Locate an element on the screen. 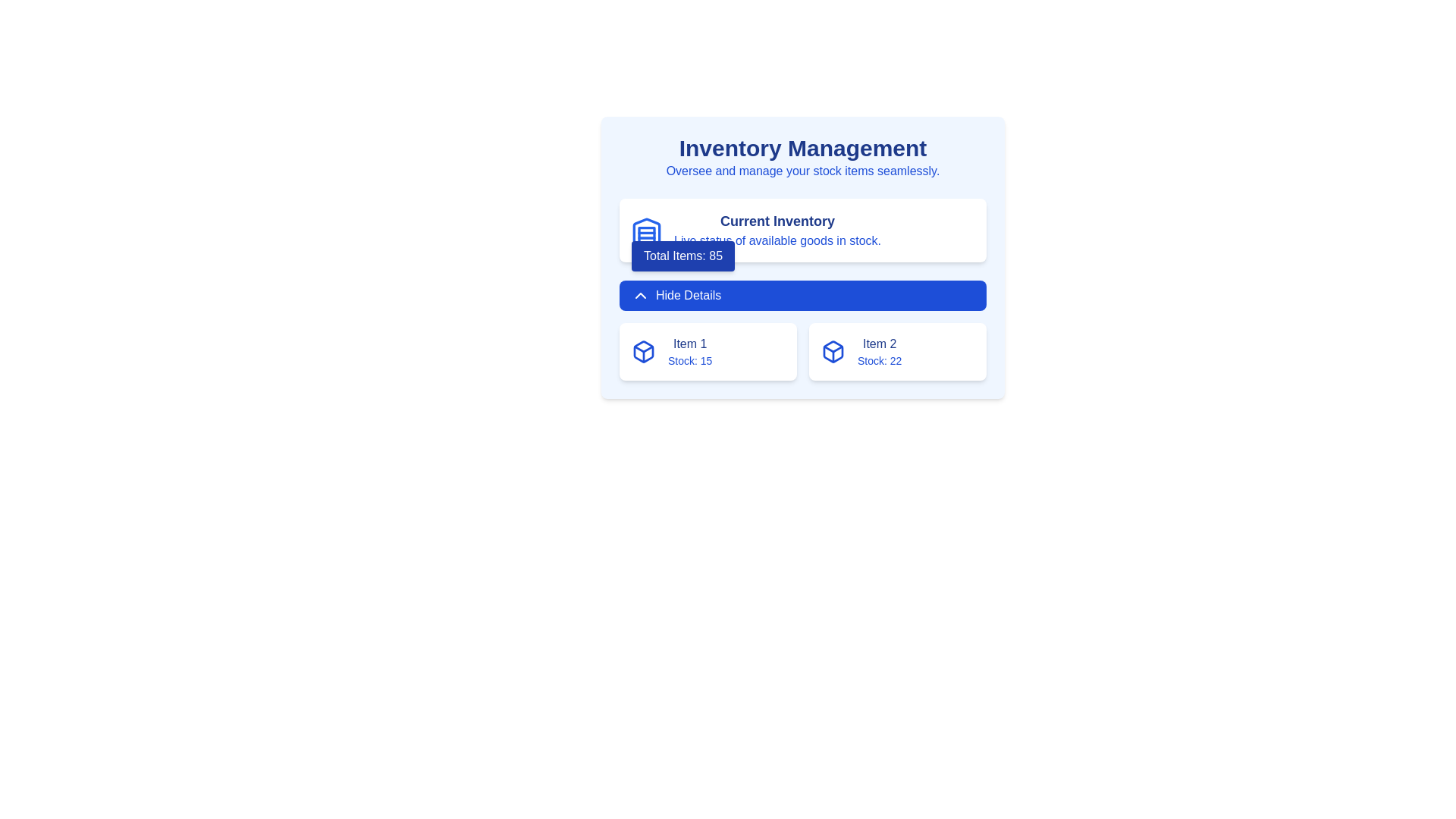 The image size is (1456, 819). the title and descriptive information text element of the inventory status, located above the blue button labeled 'Hide Details' and next to a blue icon resembling a house or warehouse is located at coordinates (802, 231).